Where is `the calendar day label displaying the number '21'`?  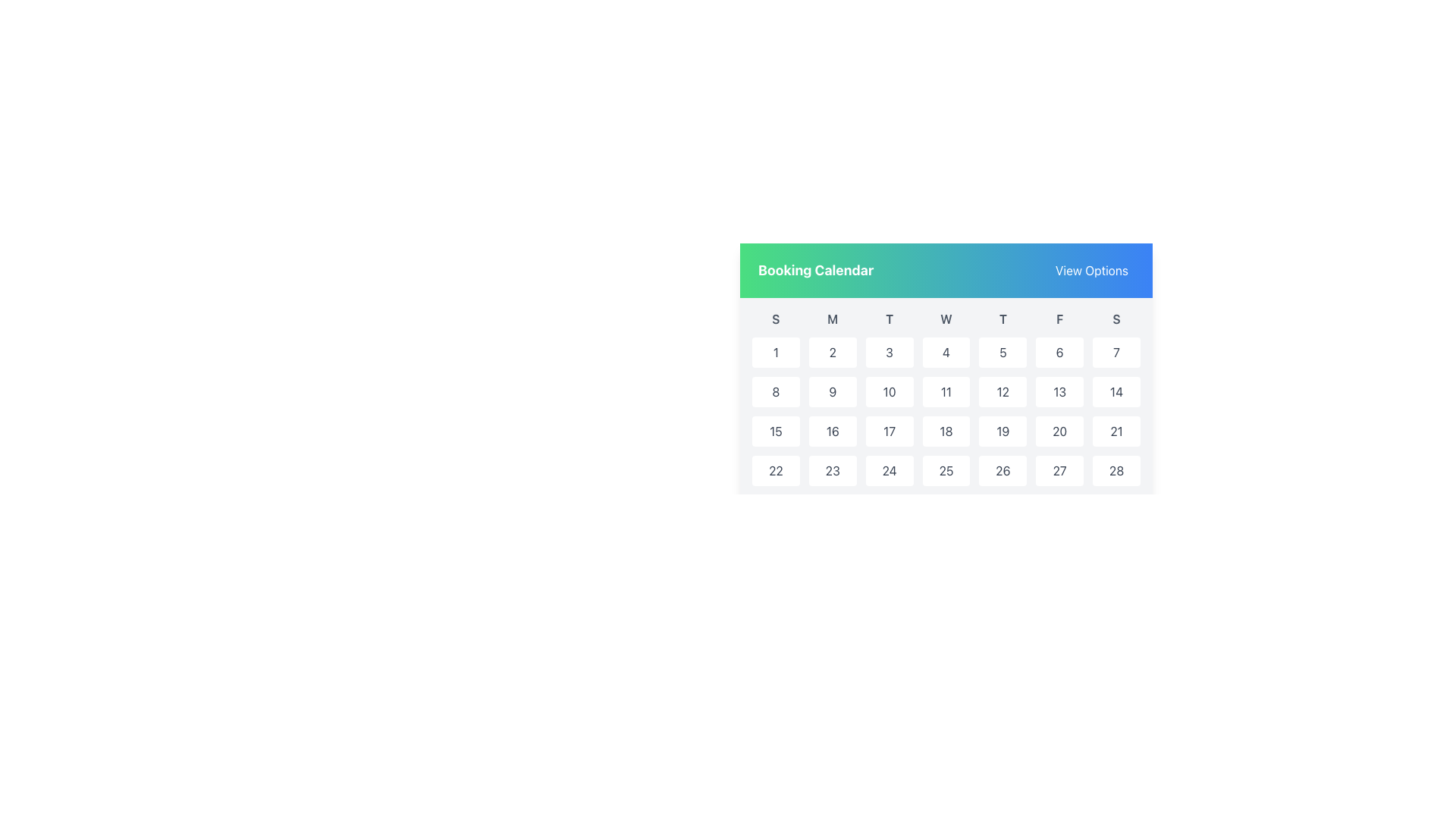
the calendar day label displaying the number '21' is located at coordinates (1116, 431).